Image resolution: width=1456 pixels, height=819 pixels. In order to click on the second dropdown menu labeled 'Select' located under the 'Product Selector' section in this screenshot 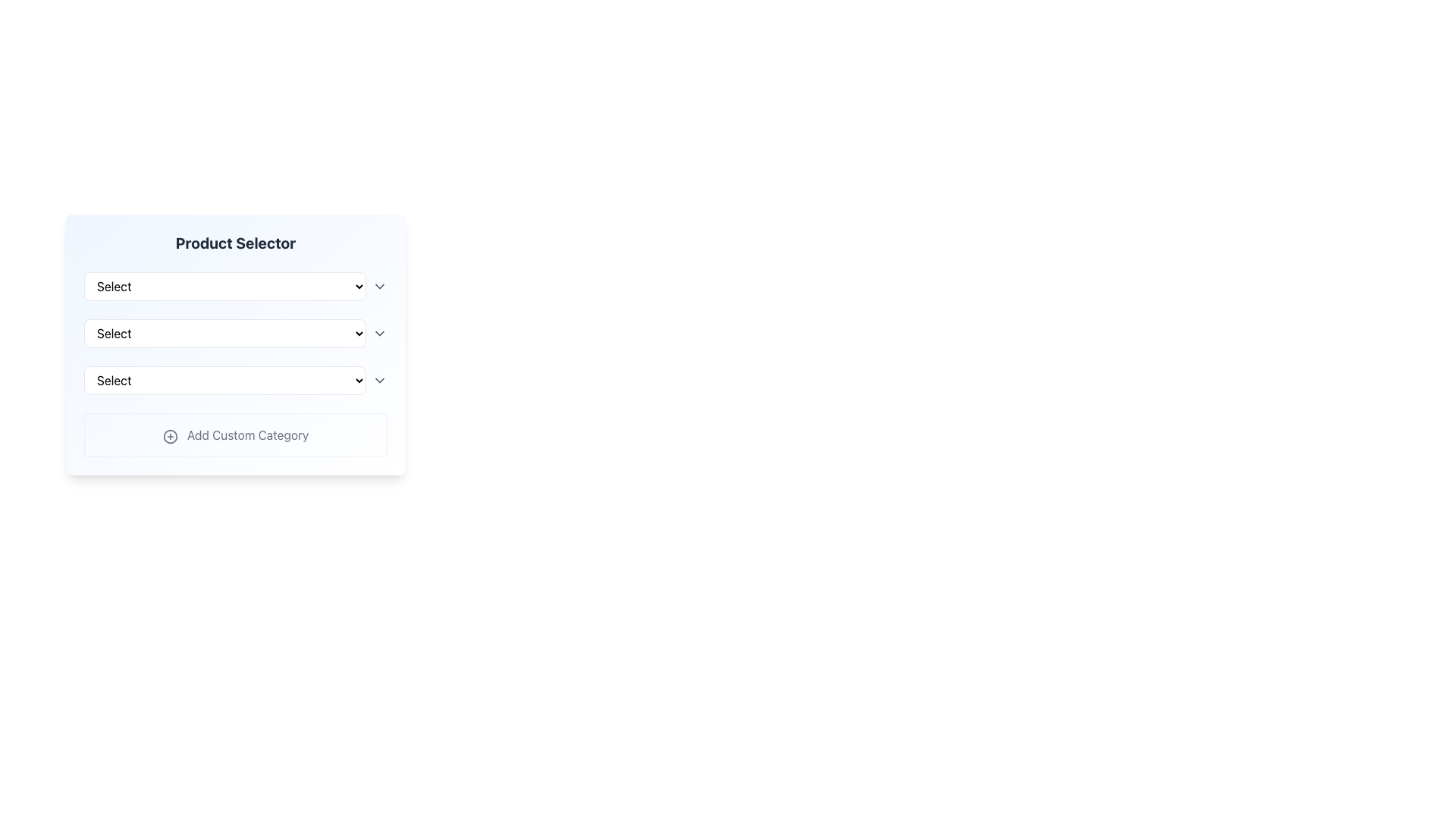, I will do `click(235, 332)`.